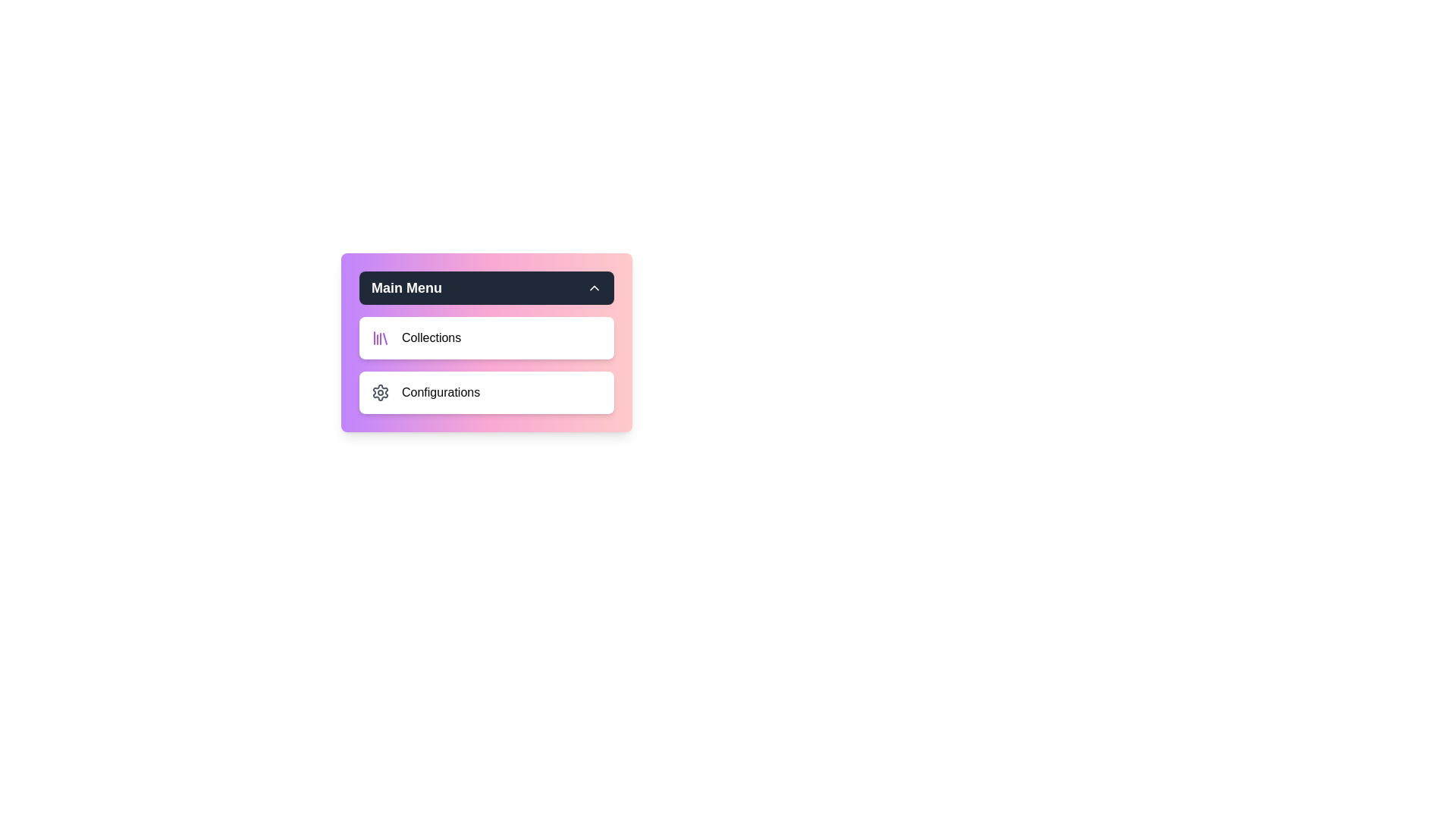 The height and width of the screenshot is (819, 1456). Describe the element at coordinates (406, 288) in the screenshot. I see `the static text label that serves as the label for the button toggling the visibility of the menu panel, positioned within the top-left corner of a dark-colored rectangular button` at that location.